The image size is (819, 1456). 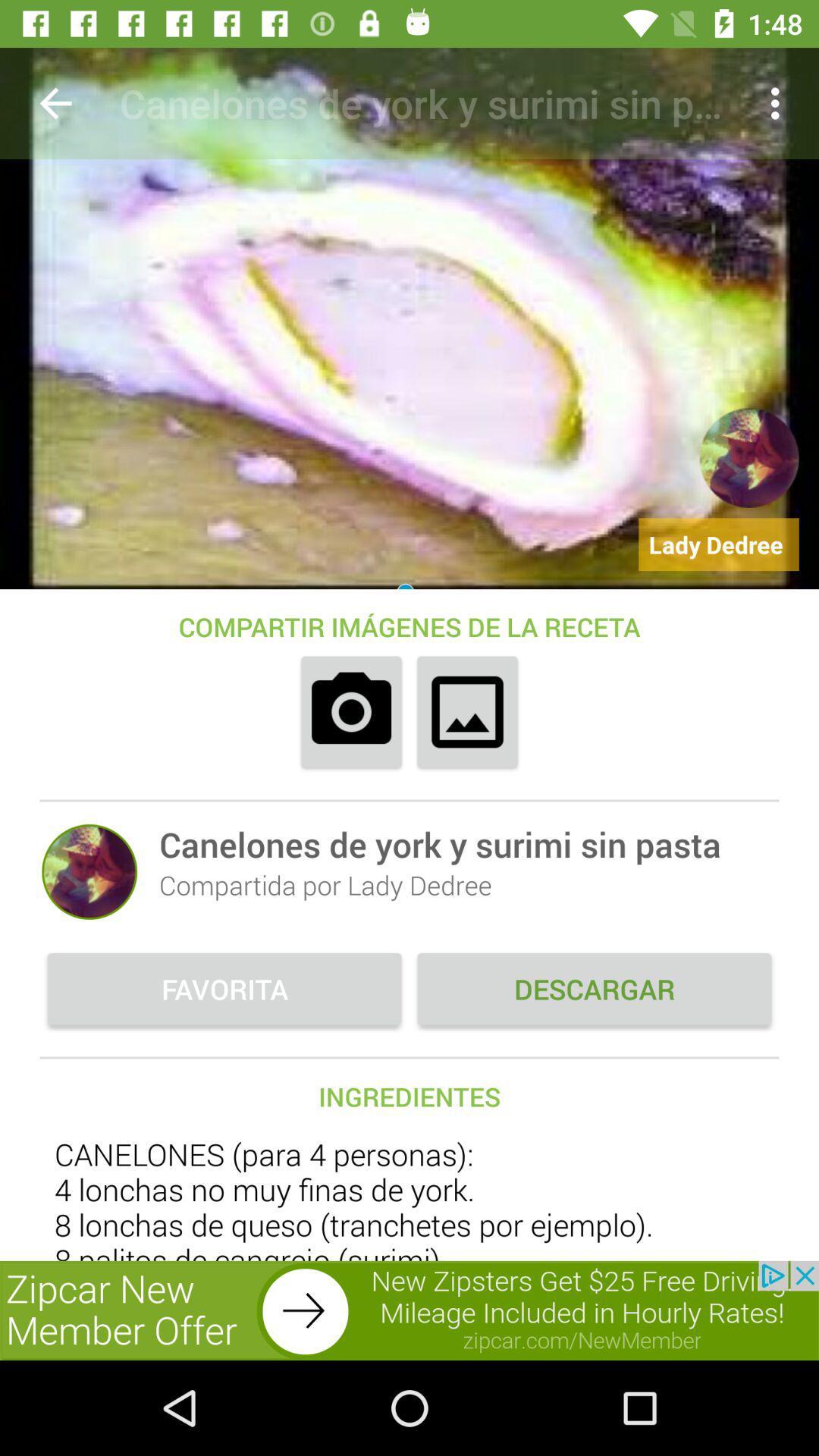 What do you see at coordinates (89, 871) in the screenshot?
I see `the avatar icon` at bounding box center [89, 871].